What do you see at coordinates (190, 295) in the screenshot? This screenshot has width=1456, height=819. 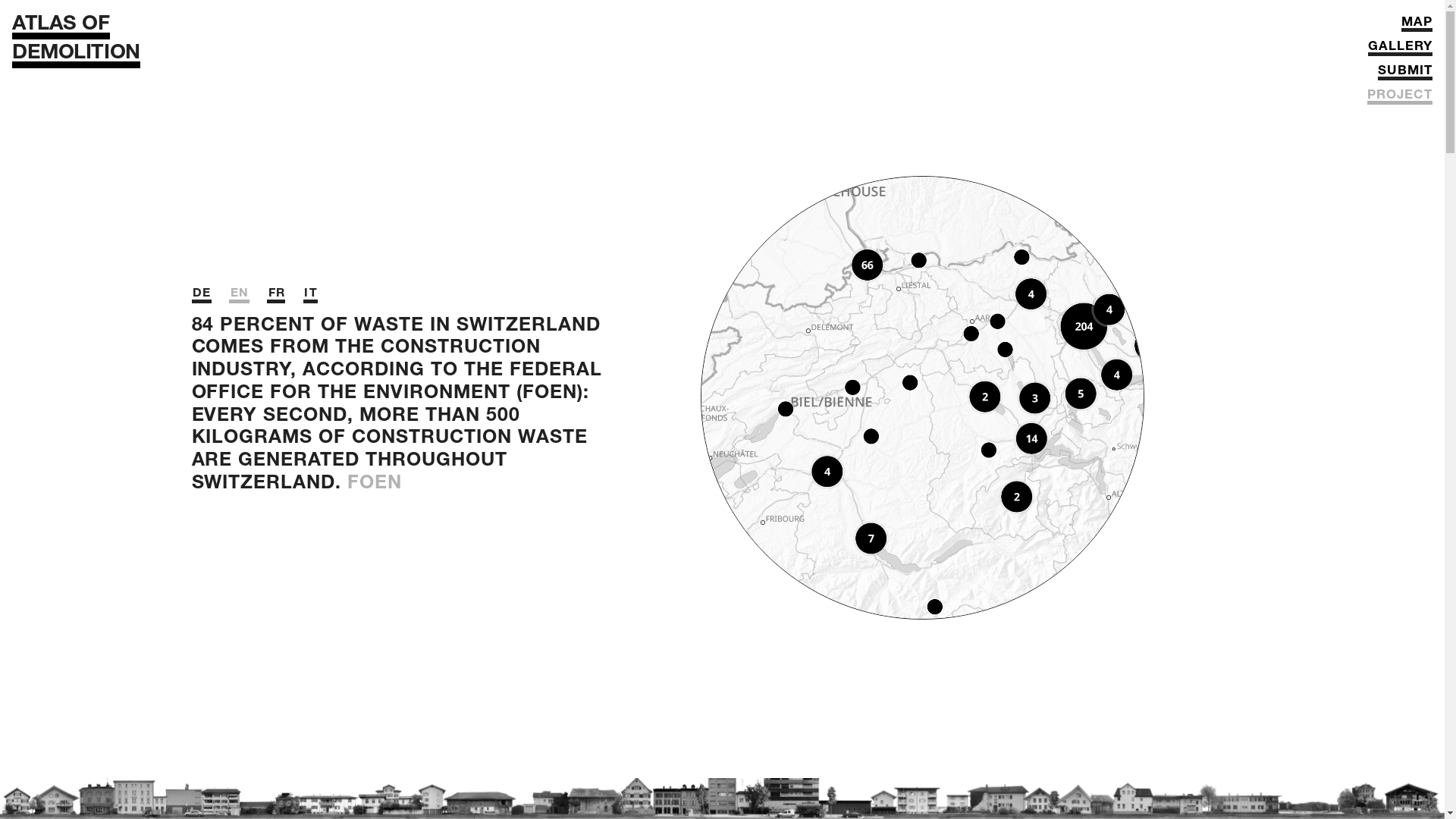 I see `'DE'` at bounding box center [190, 295].